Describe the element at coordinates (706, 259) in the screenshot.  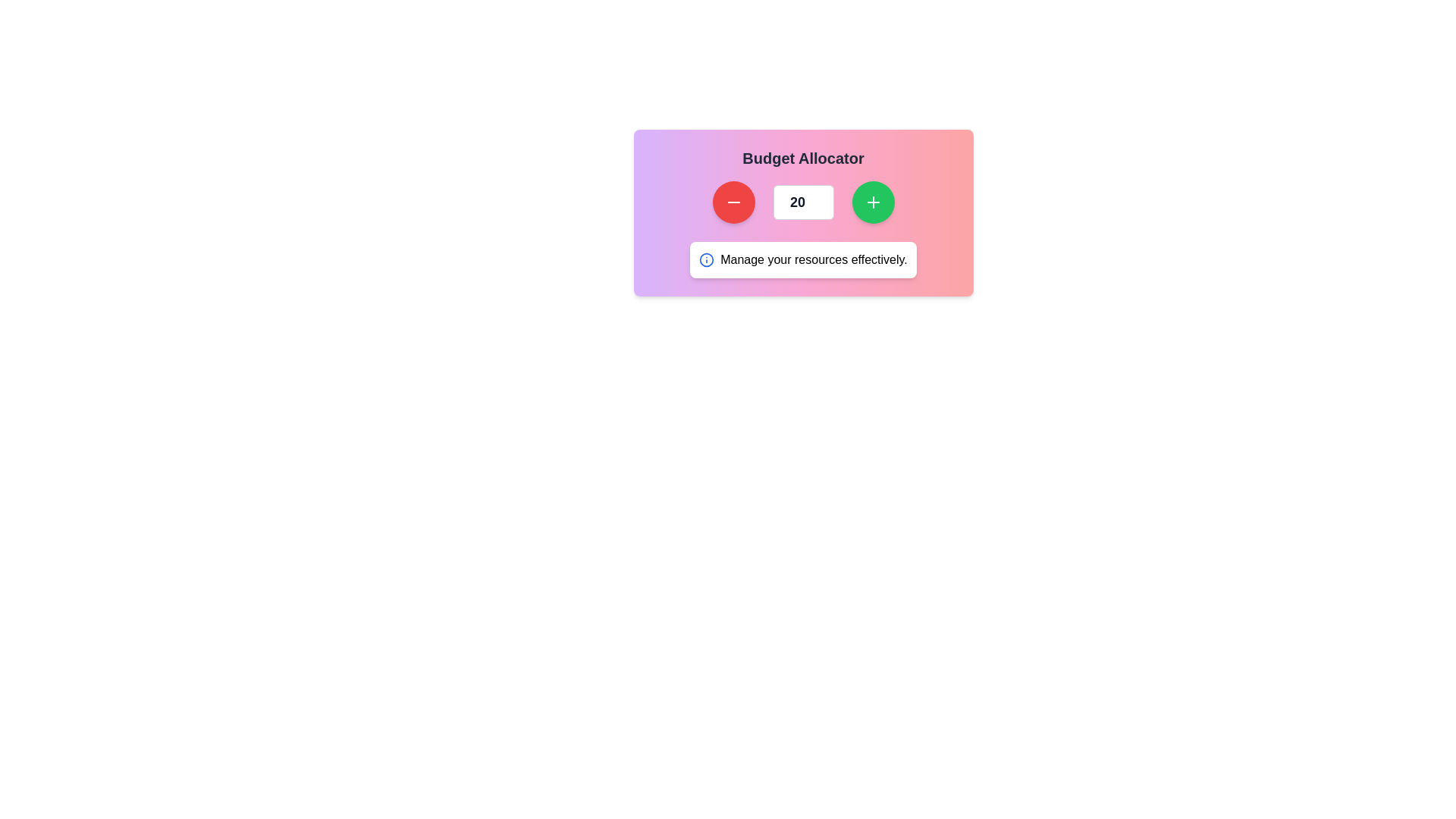
I see `the small circular Informational Icon with a blue outline located next to the text 'Manage your resources effectively'` at that location.